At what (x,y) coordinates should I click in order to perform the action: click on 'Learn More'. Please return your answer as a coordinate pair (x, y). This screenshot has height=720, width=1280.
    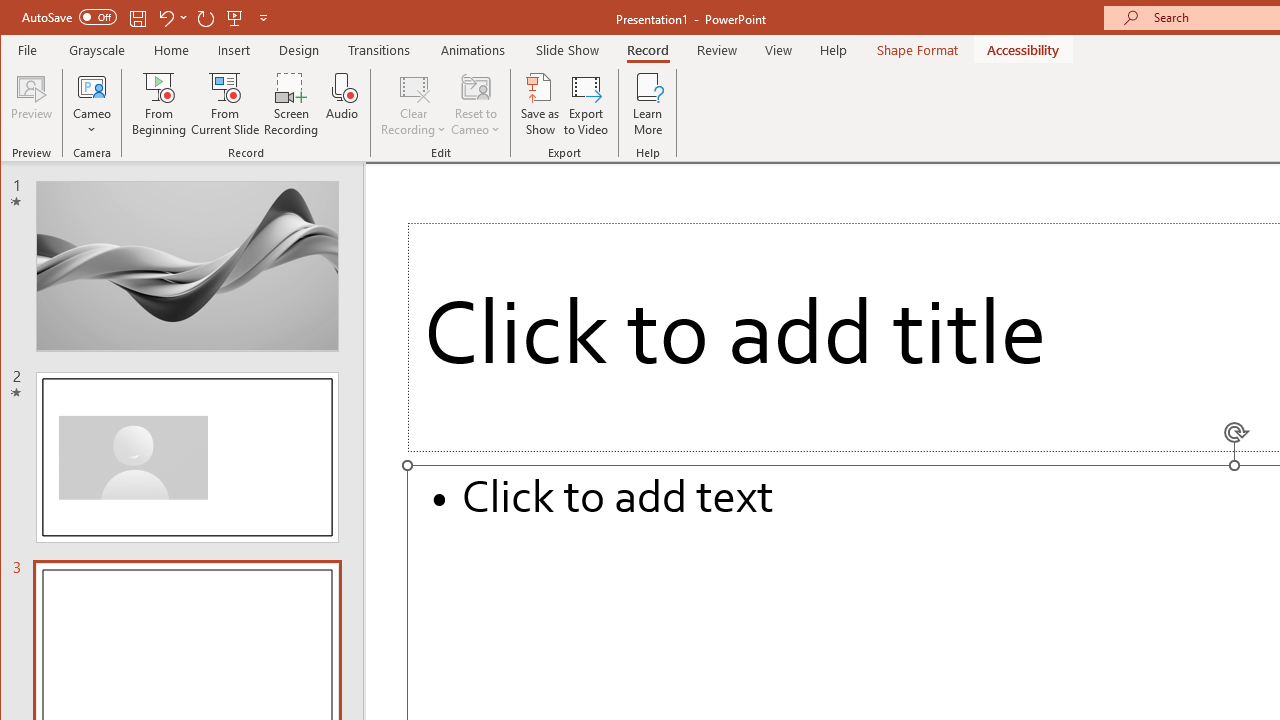
    Looking at the image, I should click on (648, 104).